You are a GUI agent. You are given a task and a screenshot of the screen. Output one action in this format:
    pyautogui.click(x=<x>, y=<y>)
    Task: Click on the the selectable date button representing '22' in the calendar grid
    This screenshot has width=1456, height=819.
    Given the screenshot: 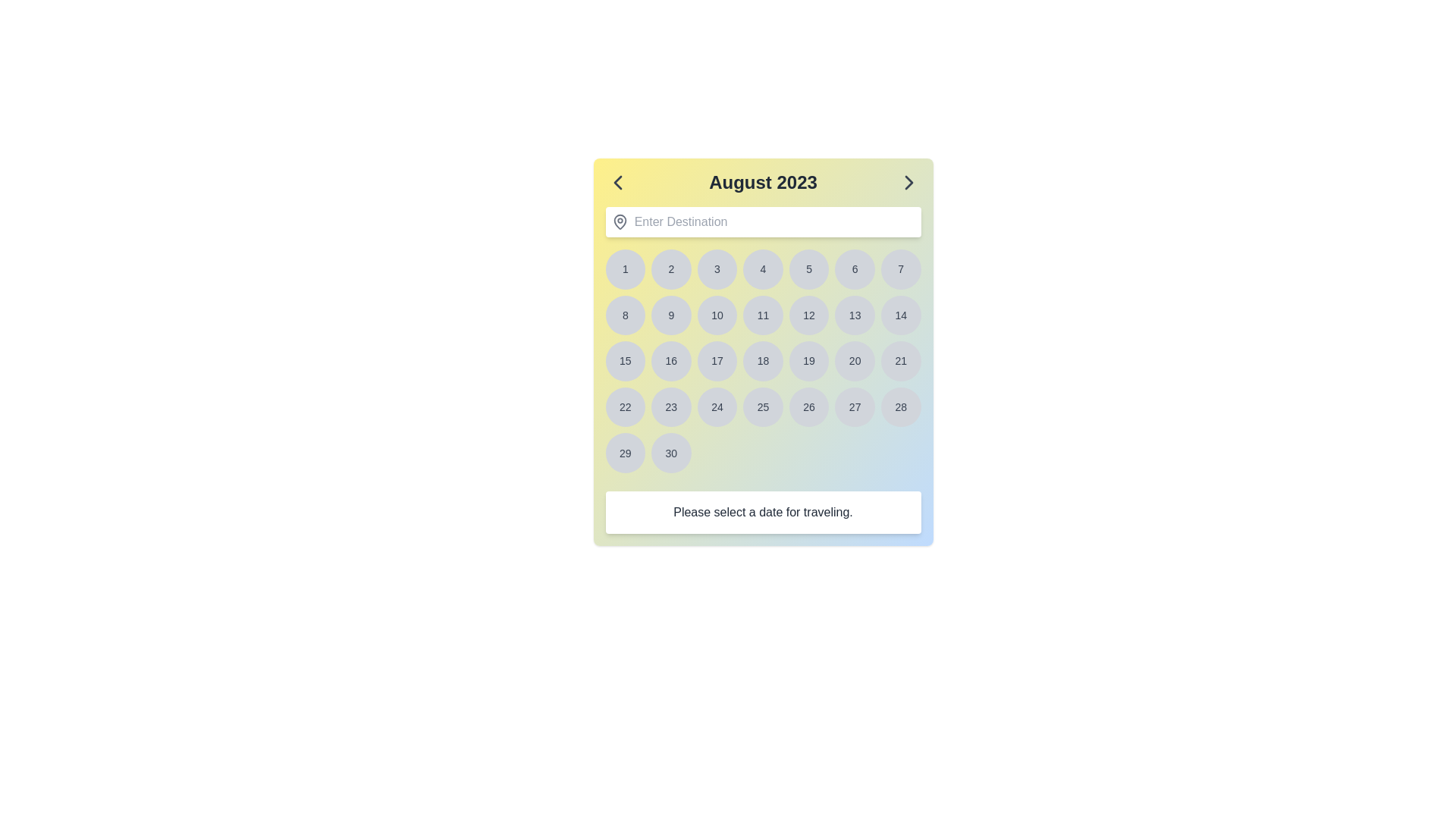 What is the action you would take?
    pyautogui.click(x=625, y=406)
    